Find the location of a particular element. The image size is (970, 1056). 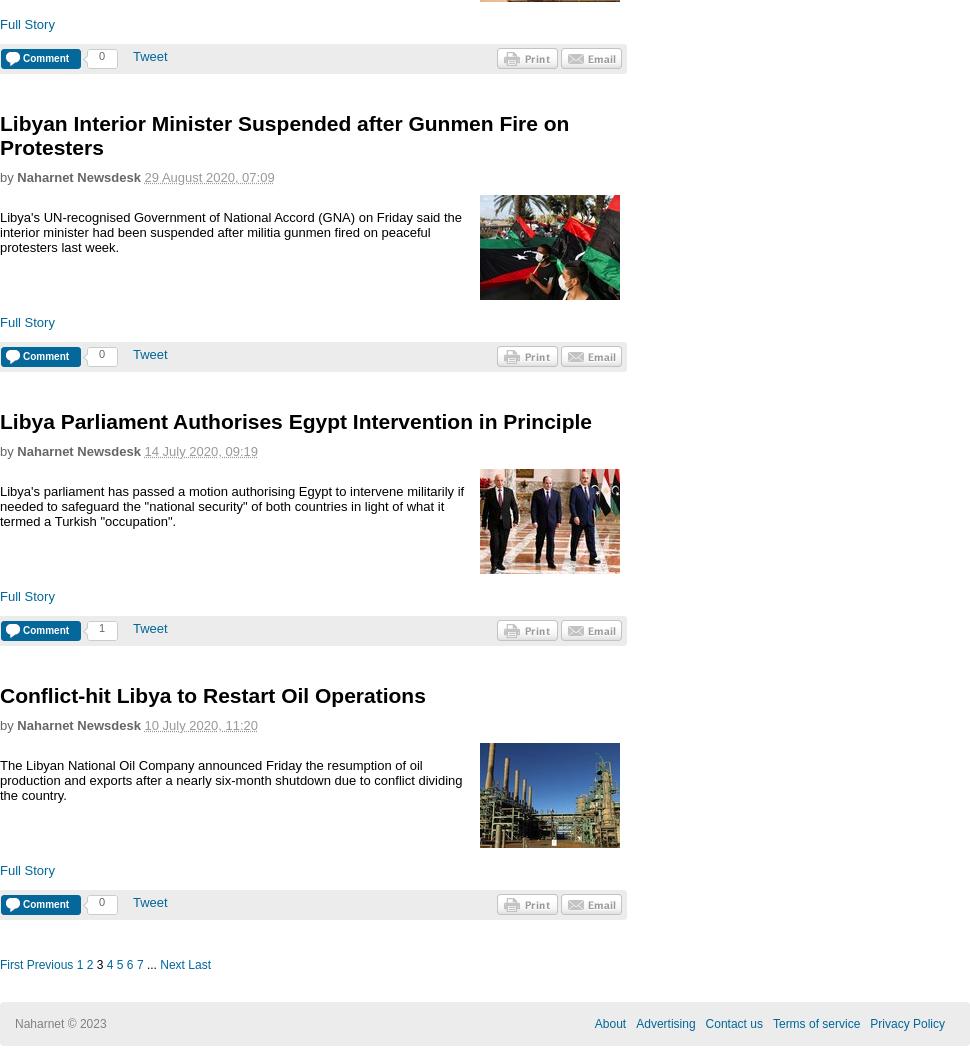

'6' is located at coordinates (126, 964).